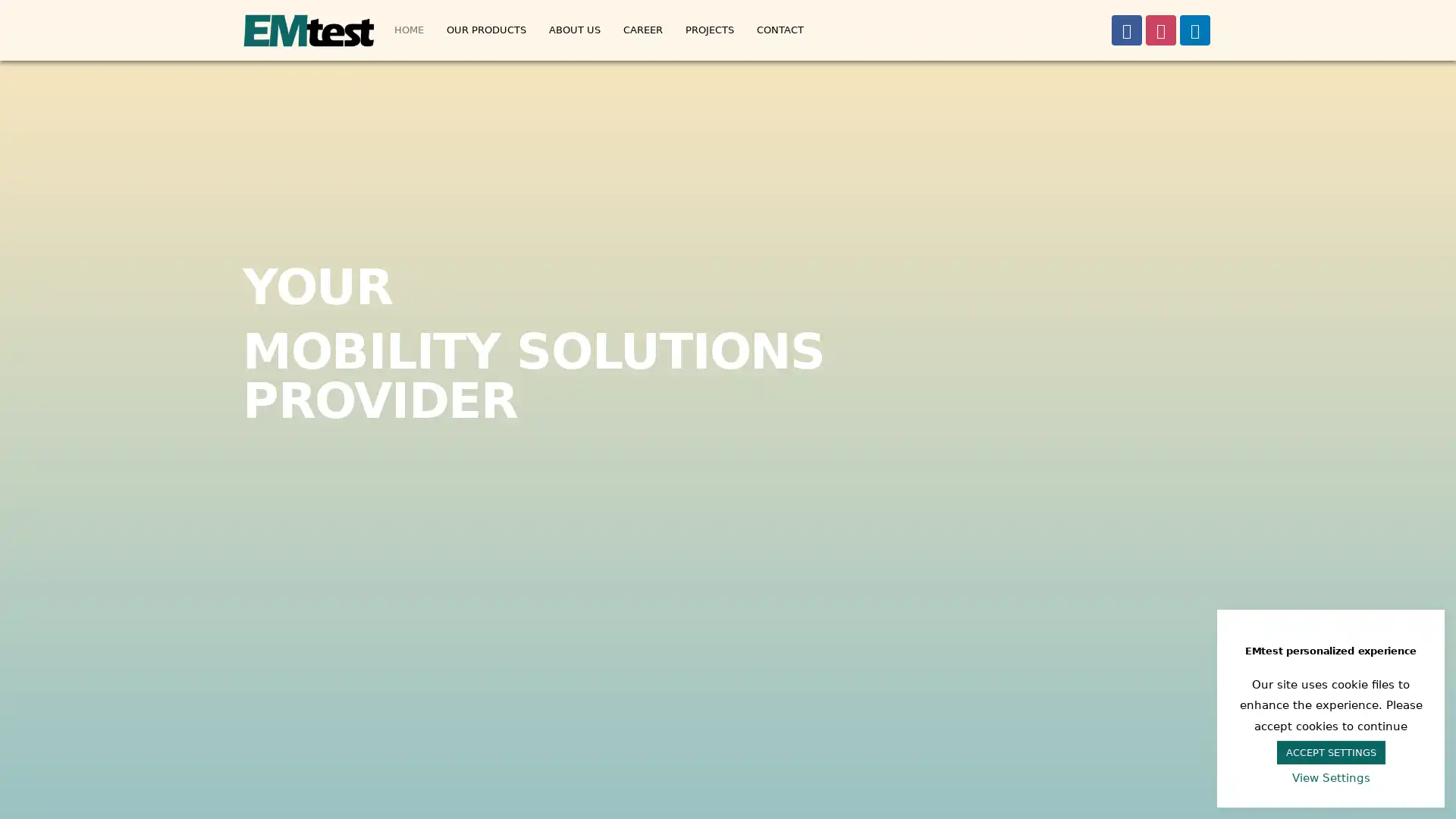 This screenshot has height=819, width=1456. What do you see at coordinates (1329, 778) in the screenshot?
I see `View Settings` at bounding box center [1329, 778].